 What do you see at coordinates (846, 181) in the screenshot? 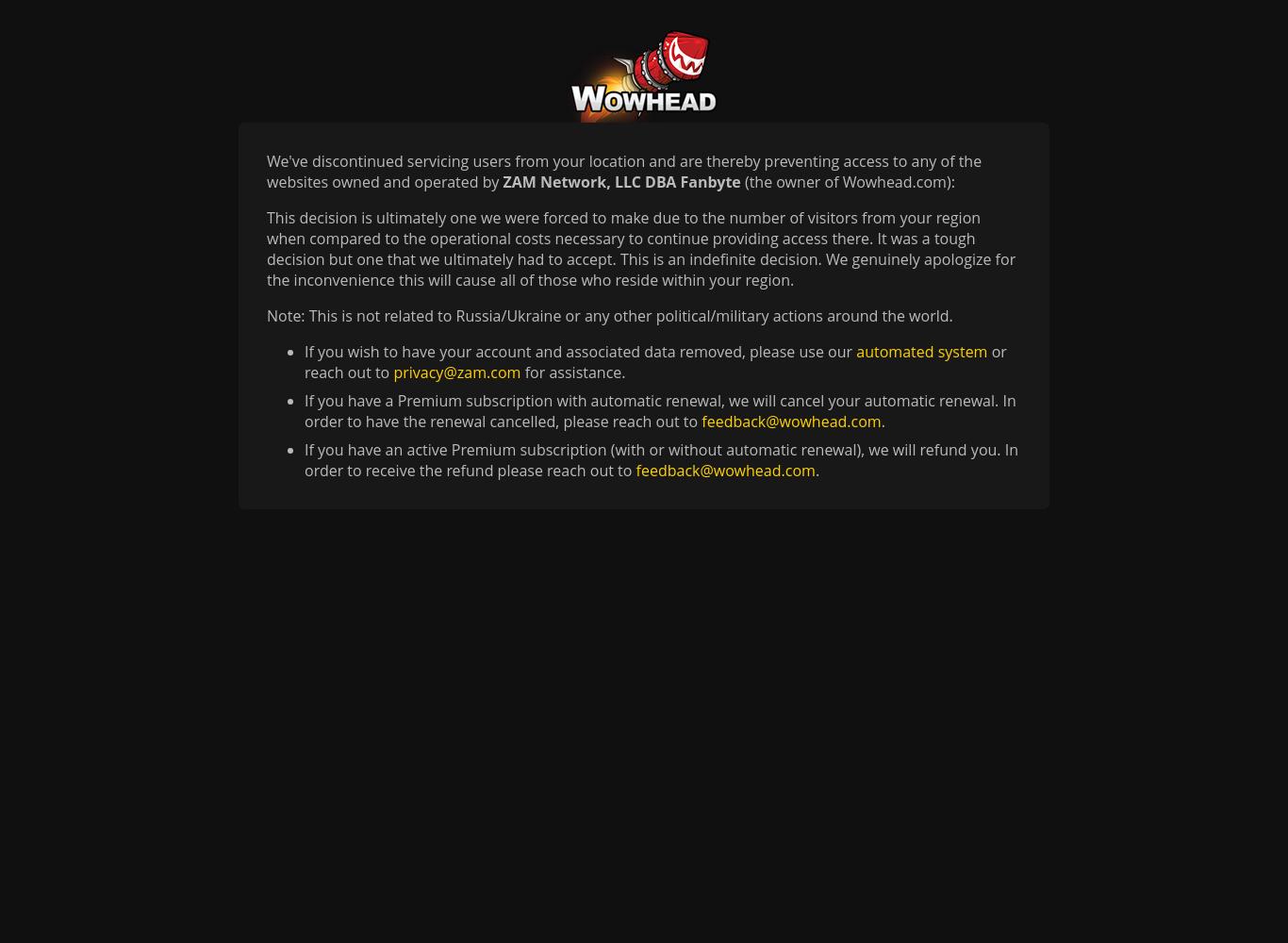
I see `'(the owner of Wowhead.com):'` at bounding box center [846, 181].